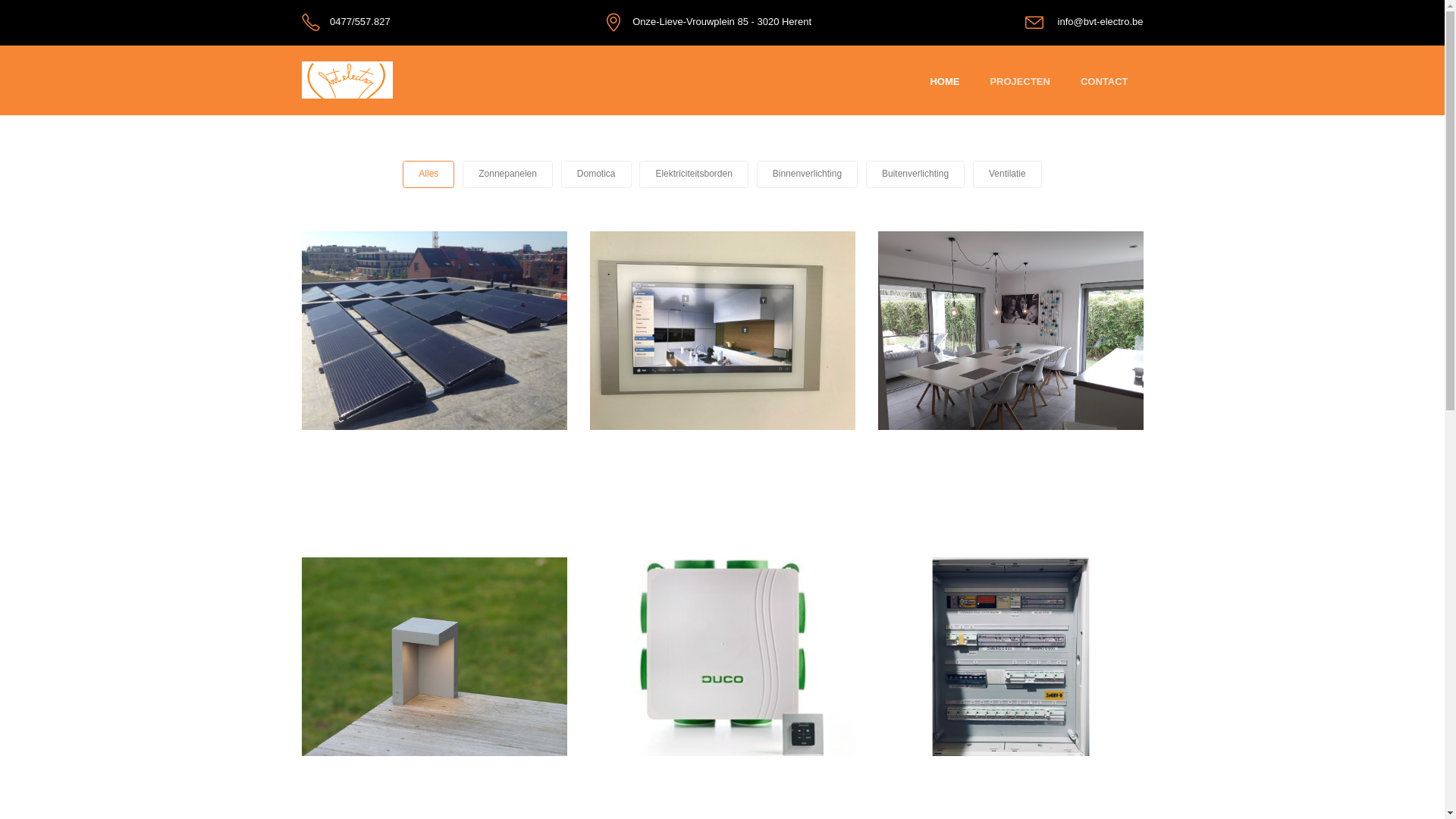 The width and height of the screenshot is (1456, 819). I want to click on 'info@bvt-electro.be', so click(1100, 21).